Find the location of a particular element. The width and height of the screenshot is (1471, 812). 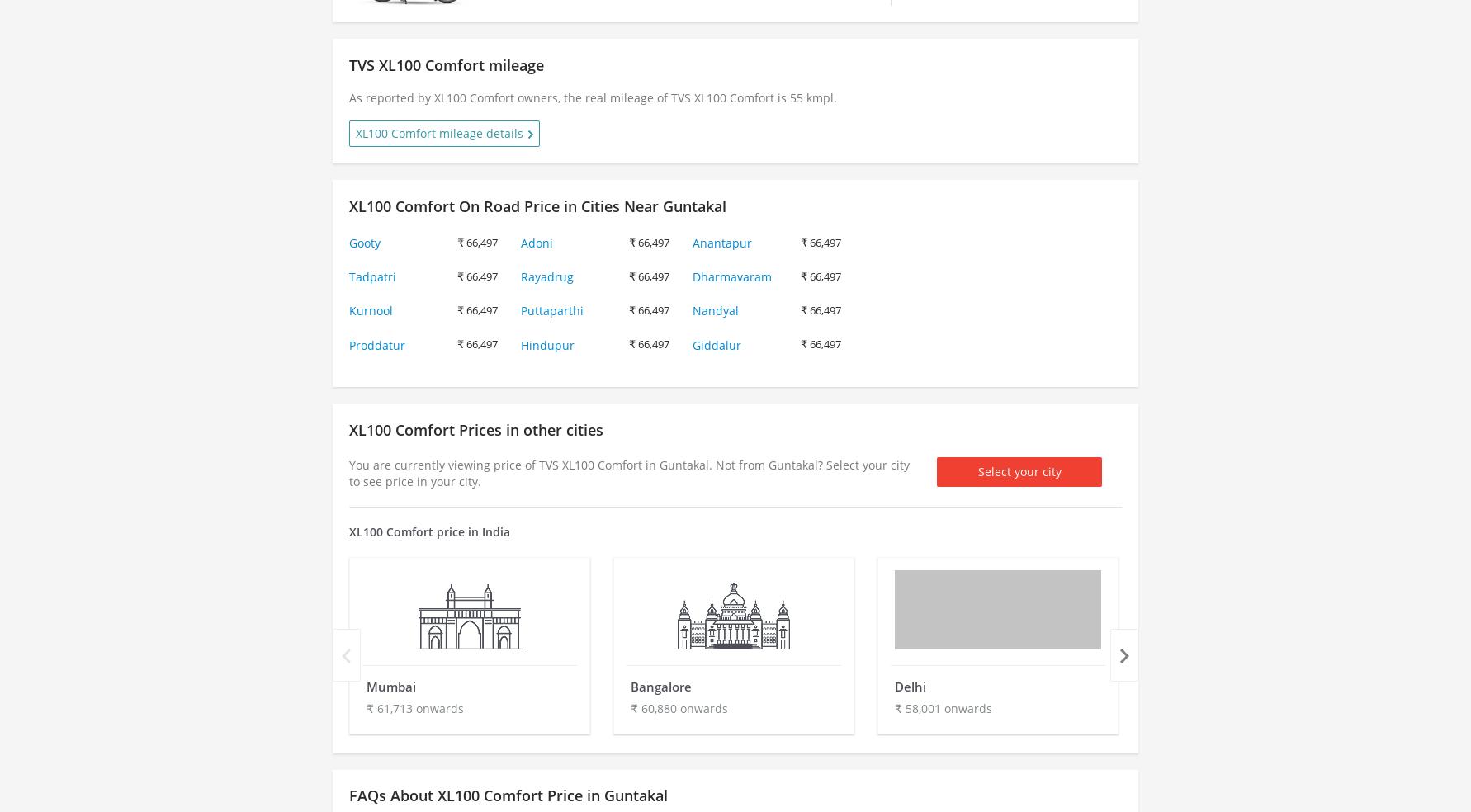

'Proddatur' is located at coordinates (376, 344).